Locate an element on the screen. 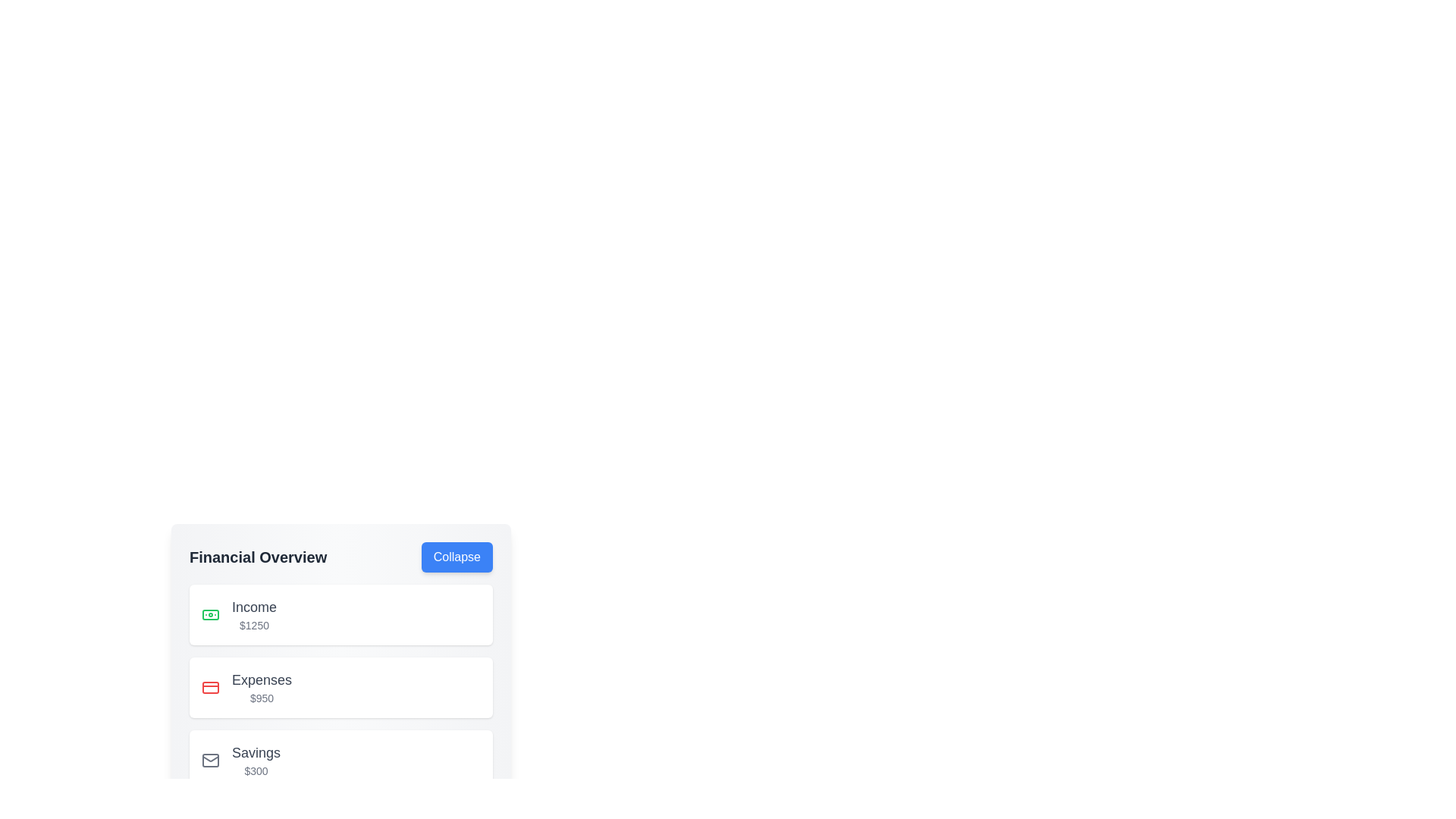  the open envelope icon representing email or messaging located in the 'Savings' widget adjacent to the text 'Savings $300' is located at coordinates (210, 760).